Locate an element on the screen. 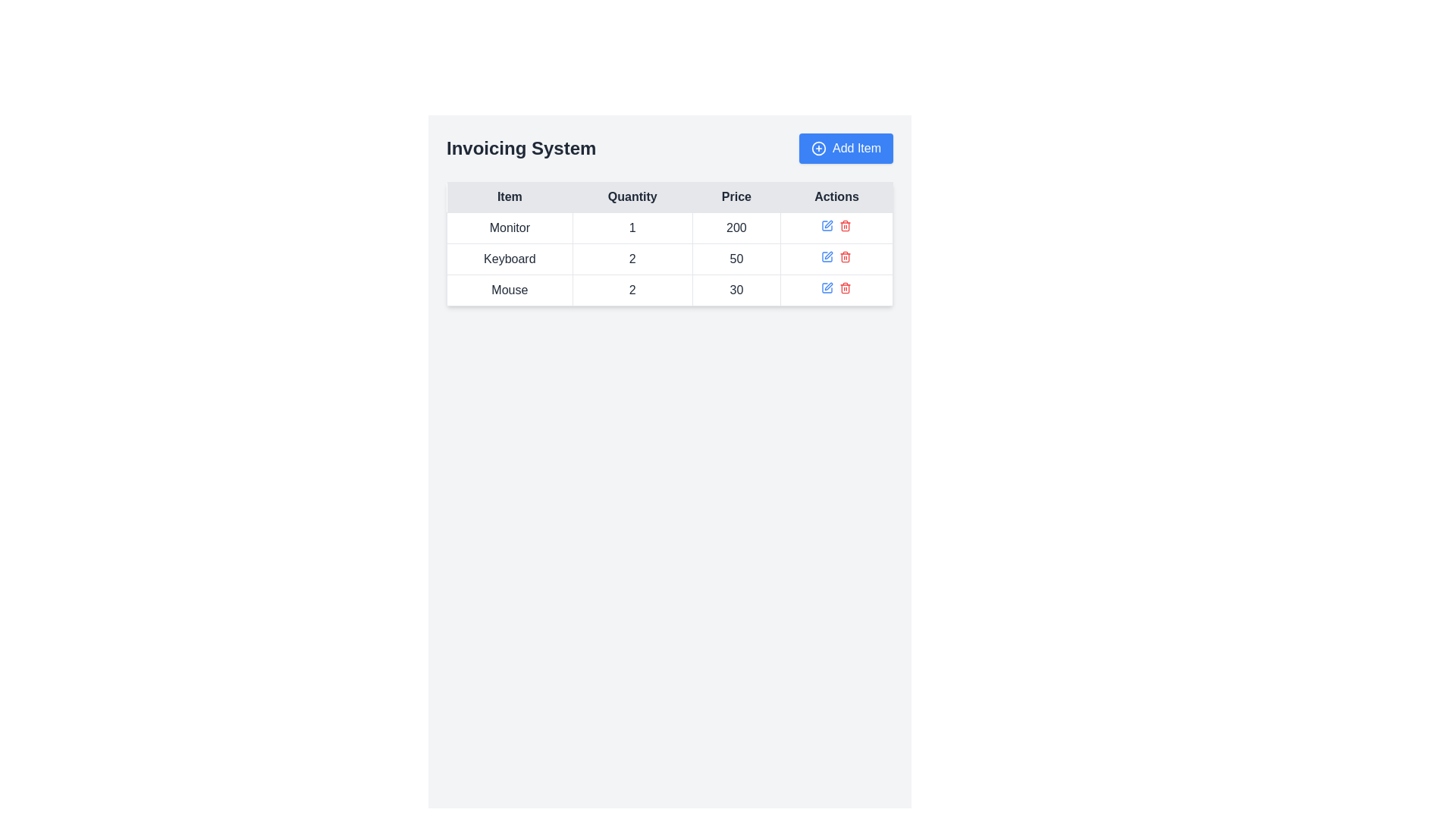  the button located in the top-right corner of the 'Invoicing System' interface is located at coordinates (845, 149).